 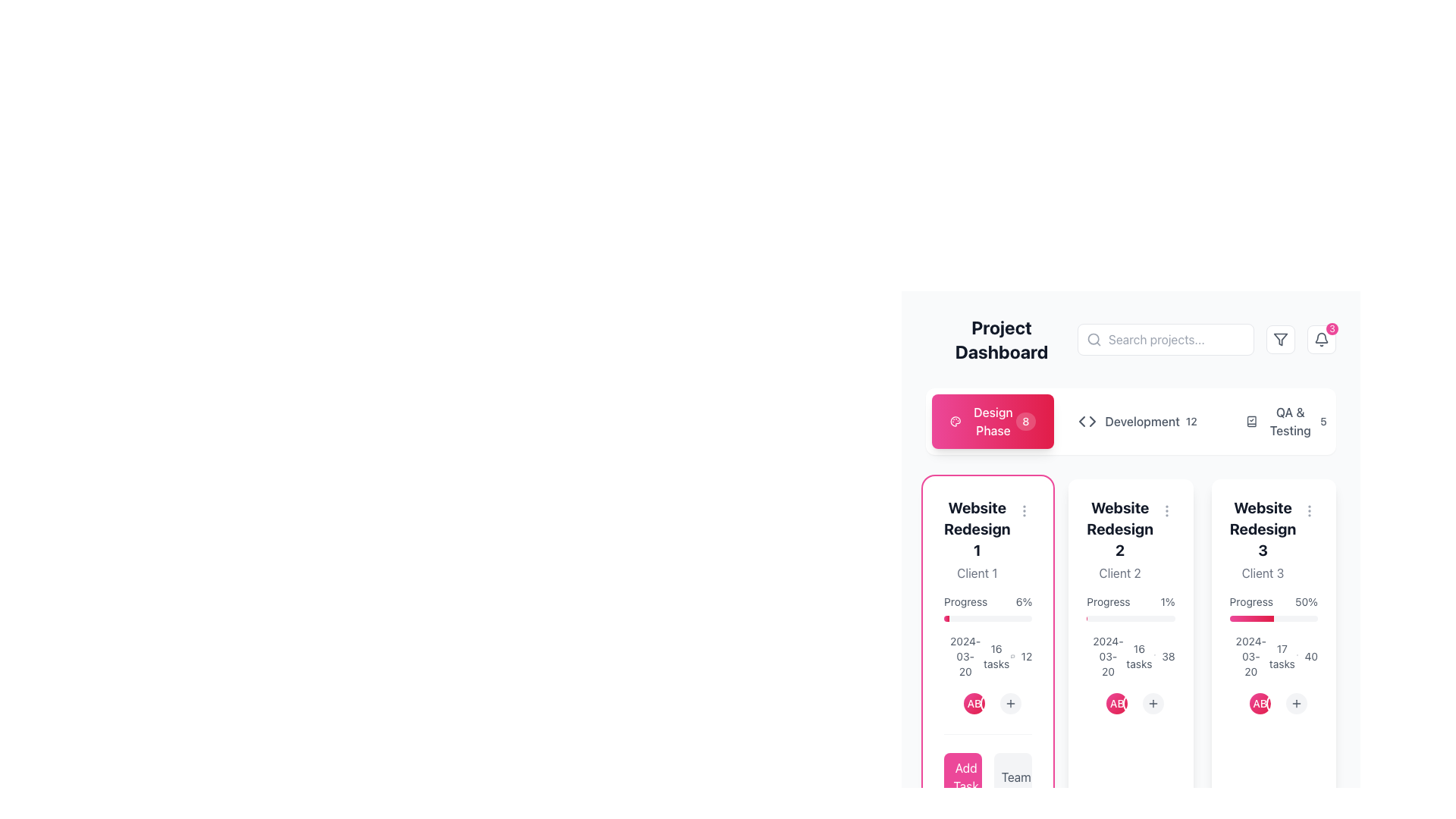 What do you see at coordinates (1024, 601) in the screenshot?
I see `the text display showing '6%' next to the label 'Progress' in the 'Website Redesign 1' card` at bounding box center [1024, 601].